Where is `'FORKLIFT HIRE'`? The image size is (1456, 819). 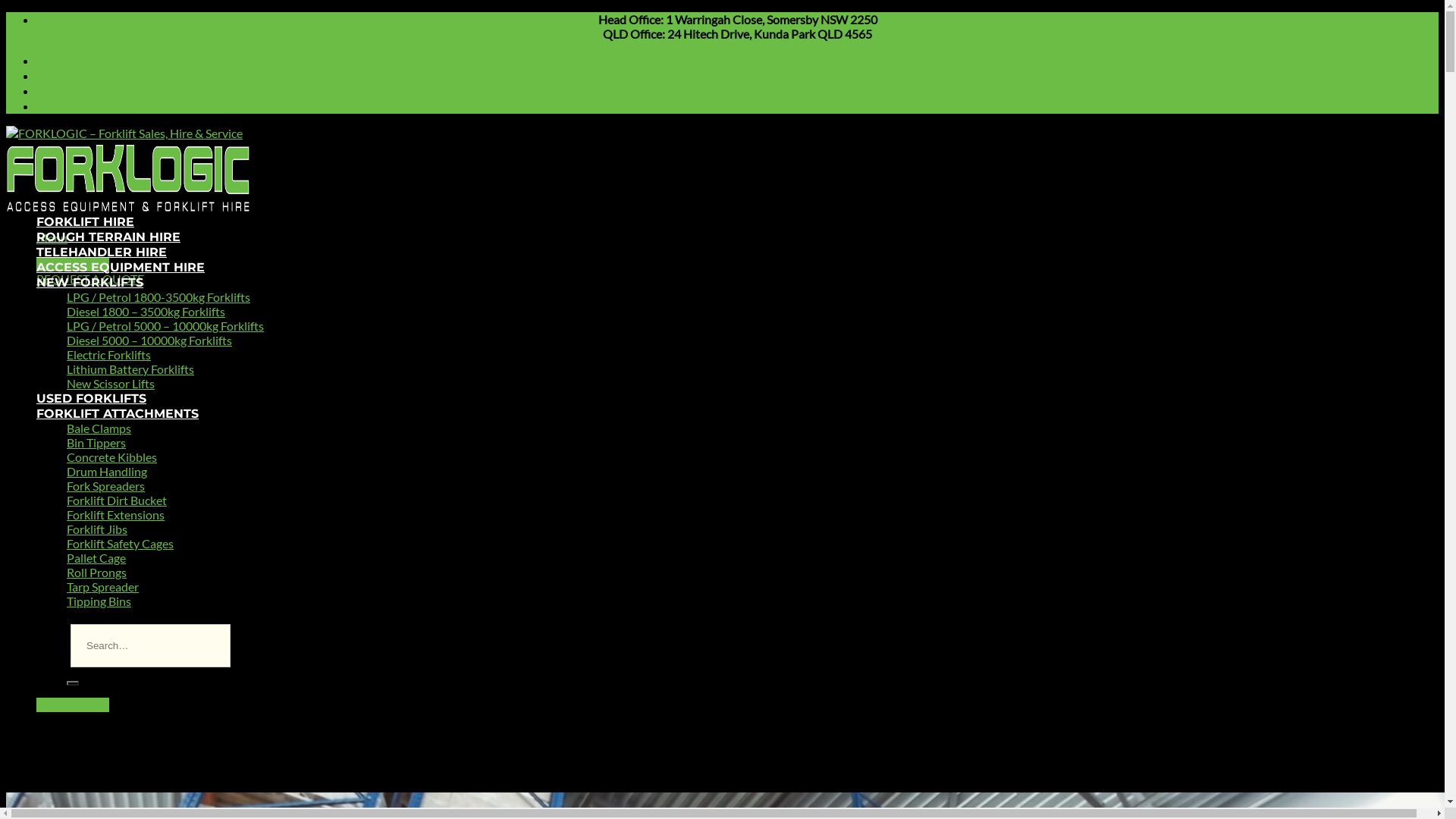 'FORKLIFT HIRE' is located at coordinates (84, 221).